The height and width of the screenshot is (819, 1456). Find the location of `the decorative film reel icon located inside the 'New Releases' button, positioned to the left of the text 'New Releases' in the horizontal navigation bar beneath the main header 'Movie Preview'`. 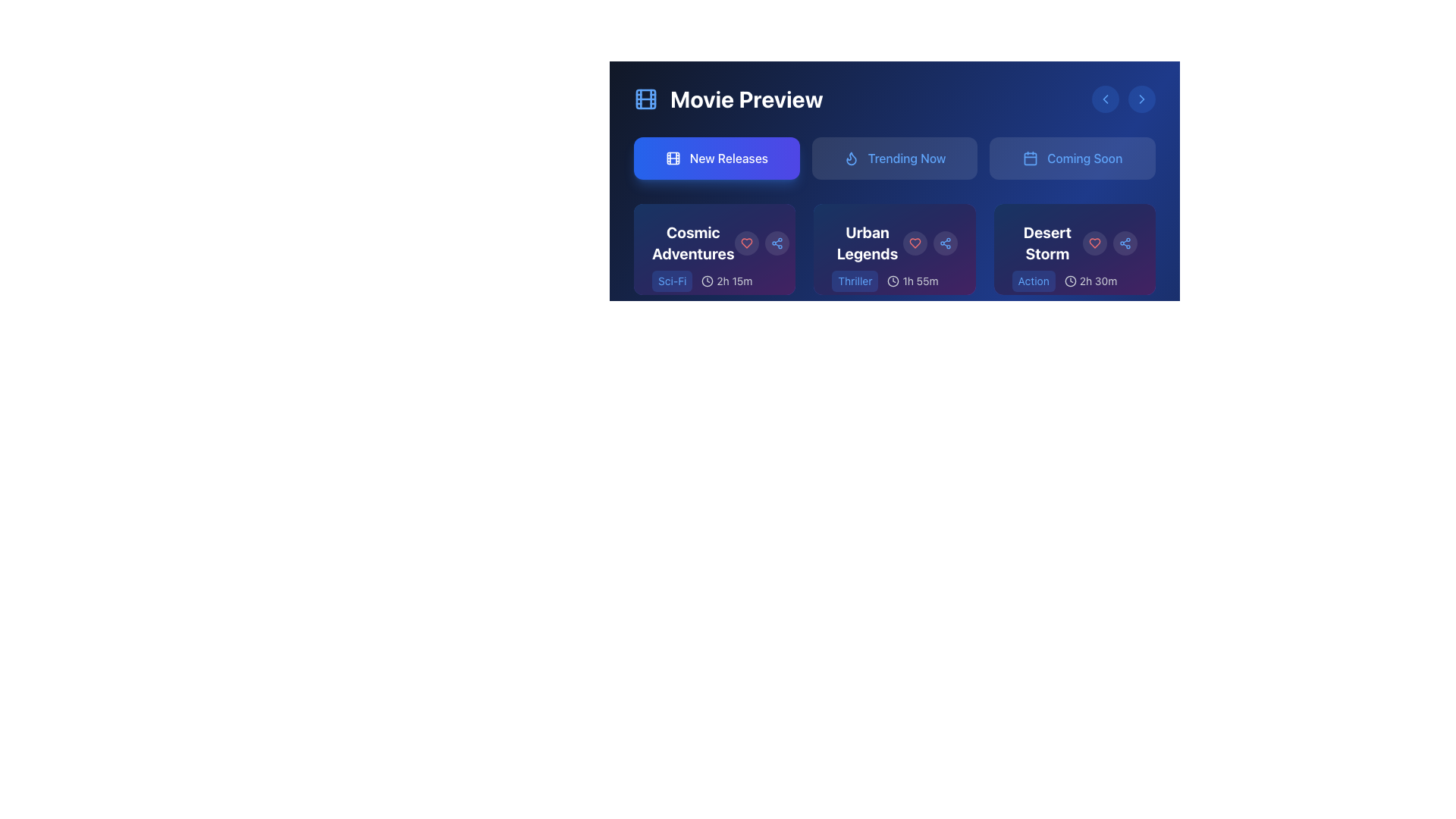

the decorative film reel icon located inside the 'New Releases' button, positioned to the left of the text 'New Releases' in the horizontal navigation bar beneath the main header 'Movie Preview' is located at coordinates (672, 158).